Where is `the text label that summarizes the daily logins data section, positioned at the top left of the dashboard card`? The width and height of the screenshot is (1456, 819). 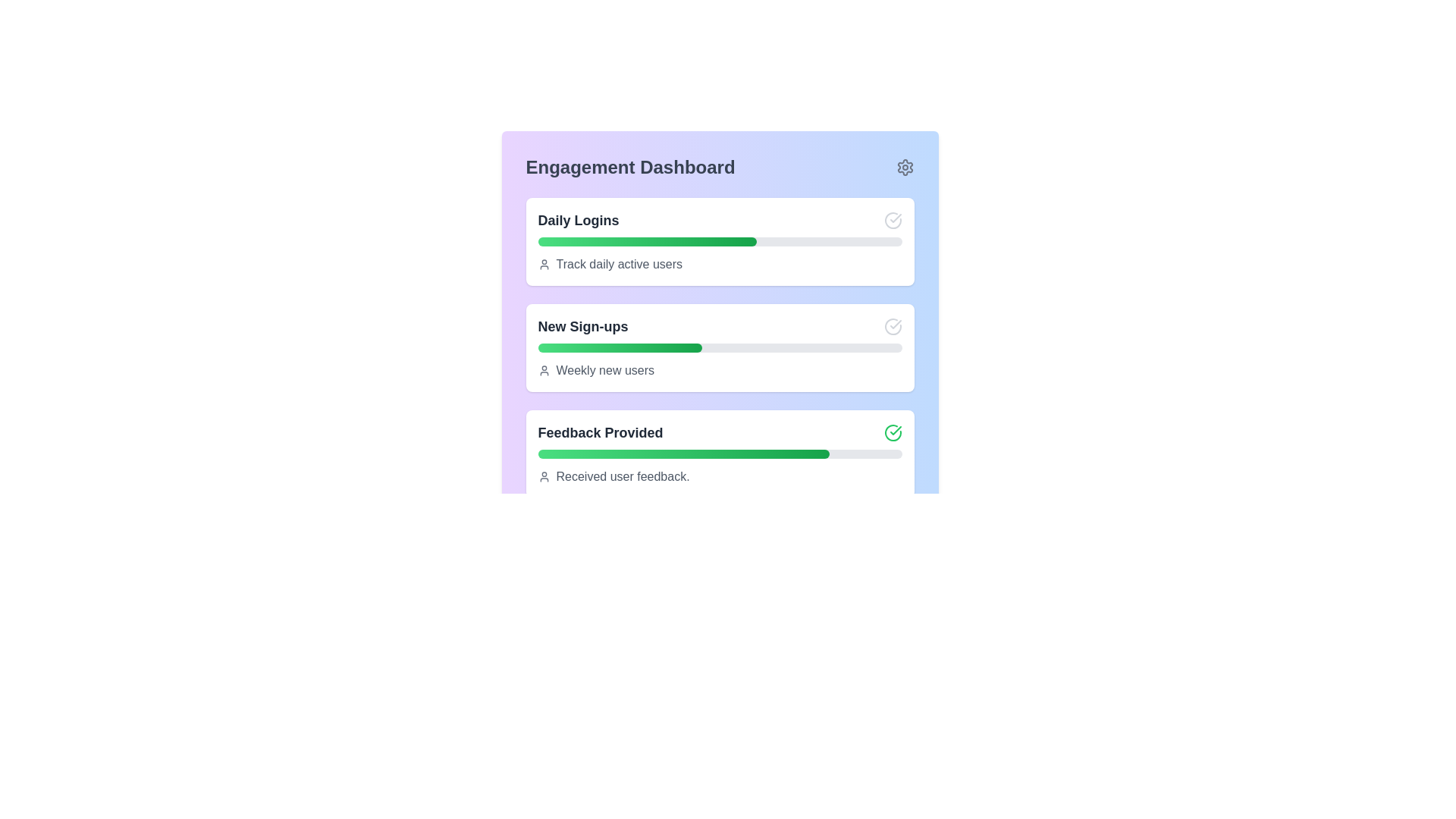
the text label that summarizes the daily logins data section, positioned at the top left of the dashboard card is located at coordinates (578, 220).